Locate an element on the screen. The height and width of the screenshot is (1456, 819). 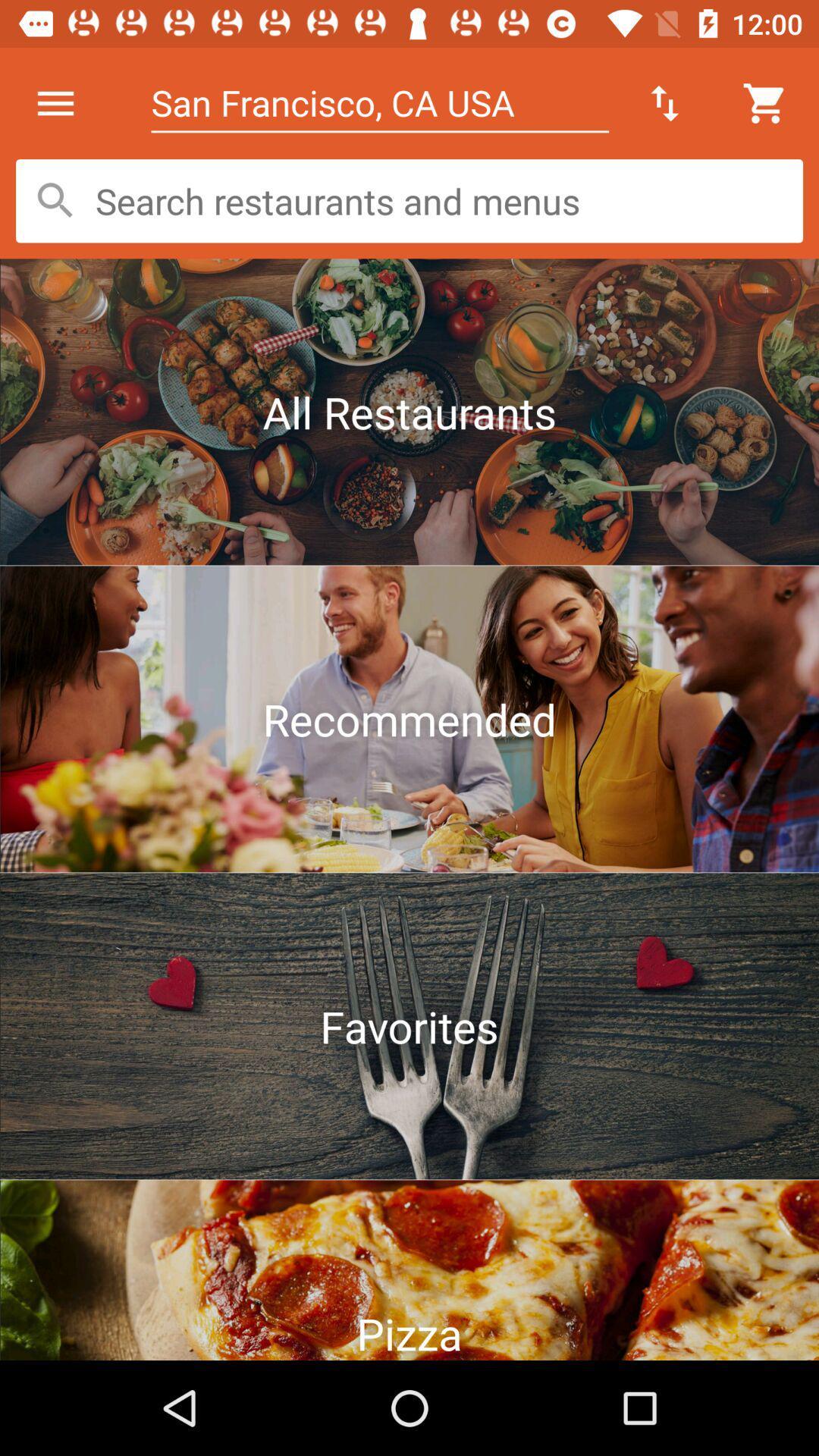
icon to the left of san francisco ca icon is located at coordinates (55, 102).